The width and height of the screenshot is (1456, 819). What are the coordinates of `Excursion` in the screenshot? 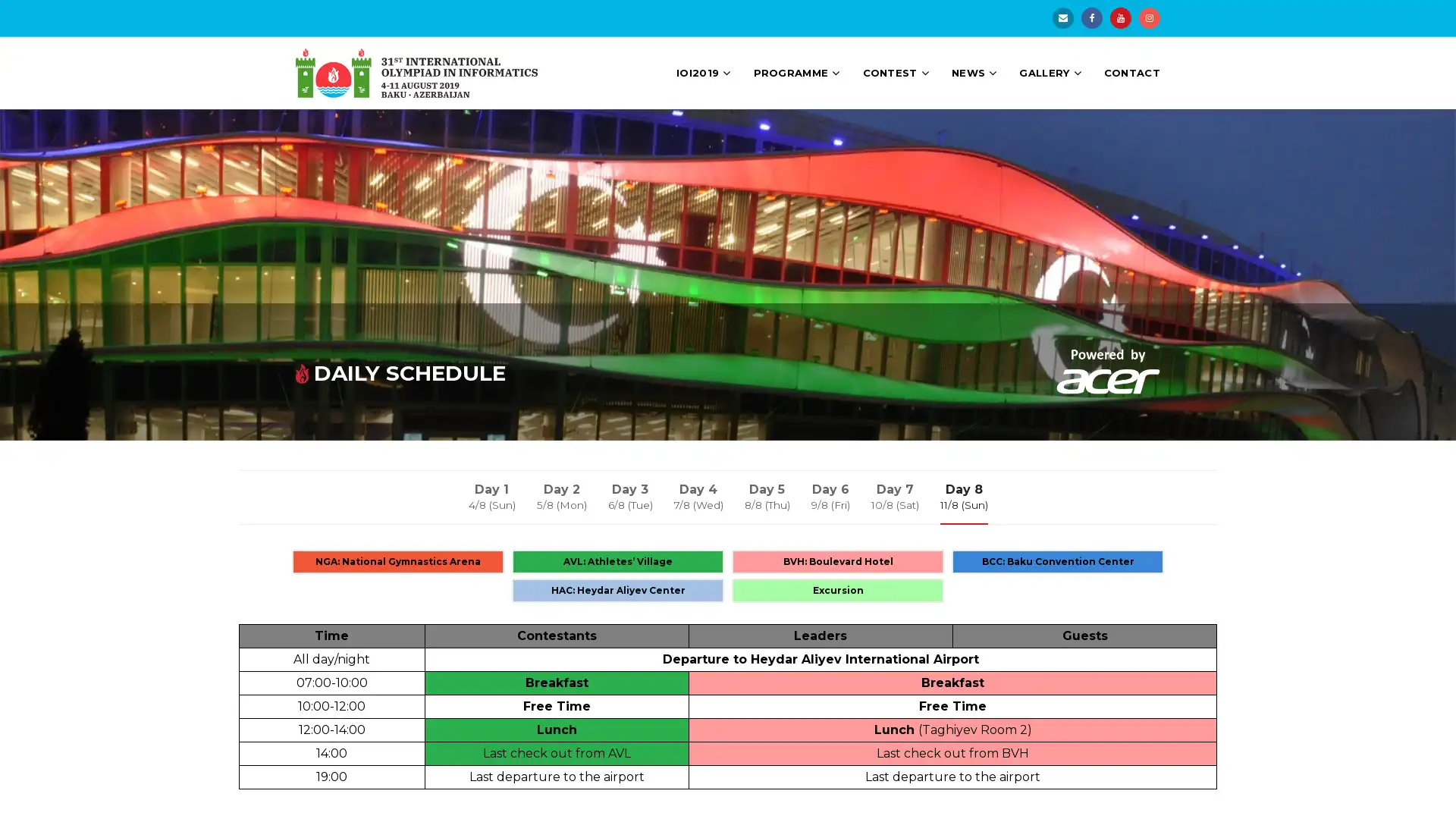 It's located at (836, 590).